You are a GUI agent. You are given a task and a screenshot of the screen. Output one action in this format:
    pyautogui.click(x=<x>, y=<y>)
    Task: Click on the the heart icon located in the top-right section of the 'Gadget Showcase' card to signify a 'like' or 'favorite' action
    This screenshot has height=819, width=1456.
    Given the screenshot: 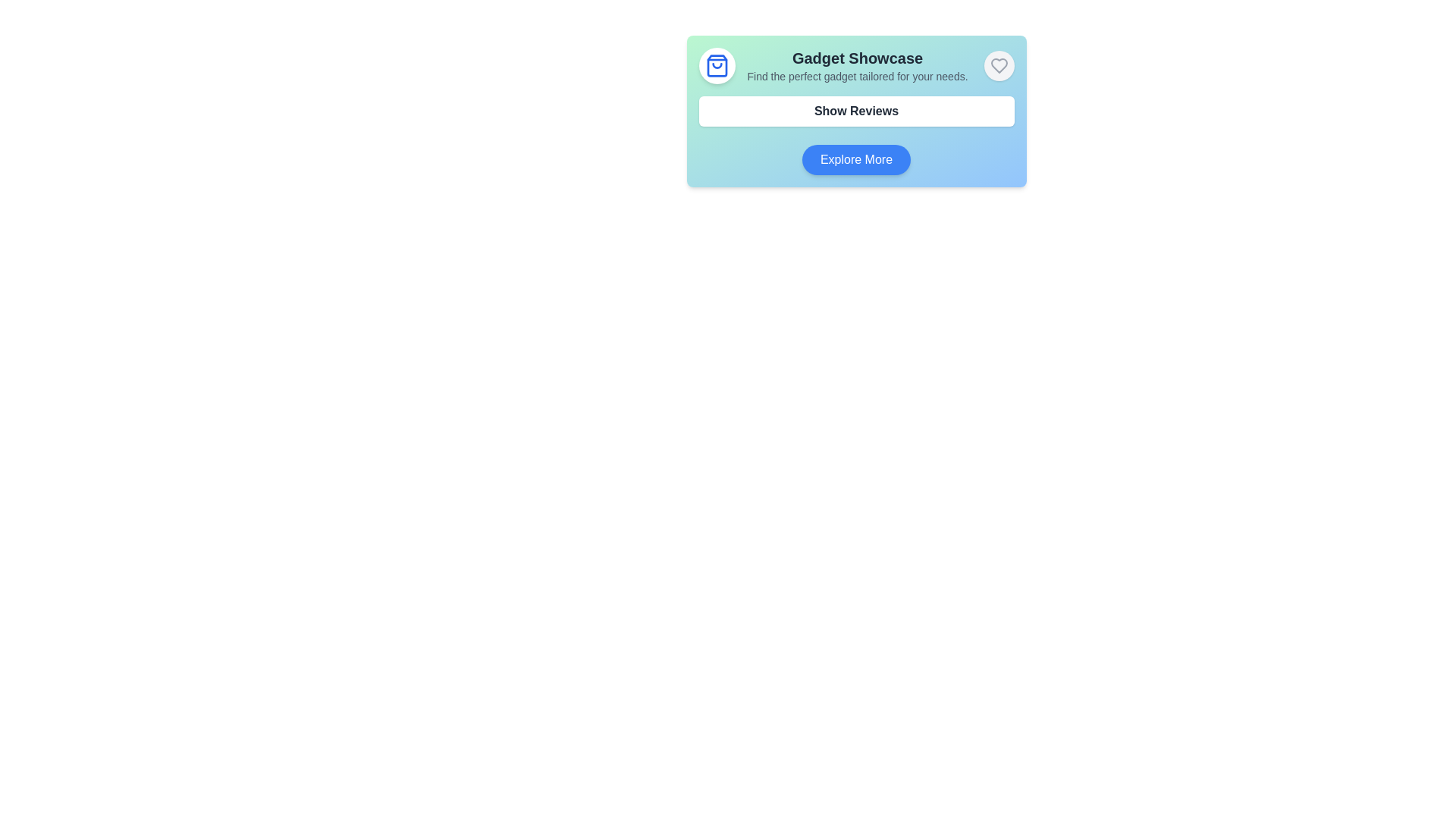 What is the action you would take?
    pyautogui.click(x=999, y=65)
    